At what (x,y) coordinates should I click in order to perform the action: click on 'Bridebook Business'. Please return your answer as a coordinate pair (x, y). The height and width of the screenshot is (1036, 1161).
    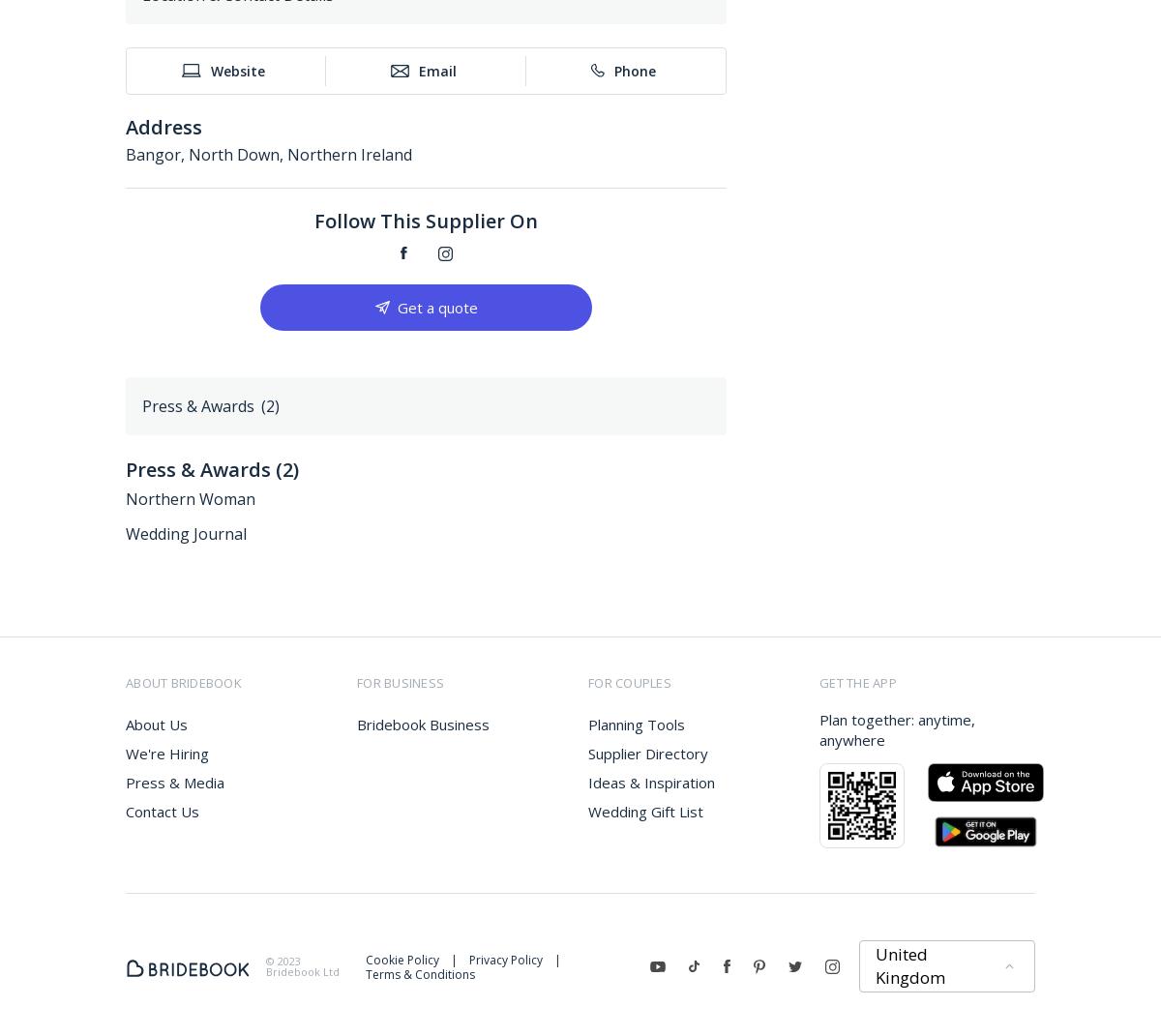
    Looking at the image, I should click on (423, 723).